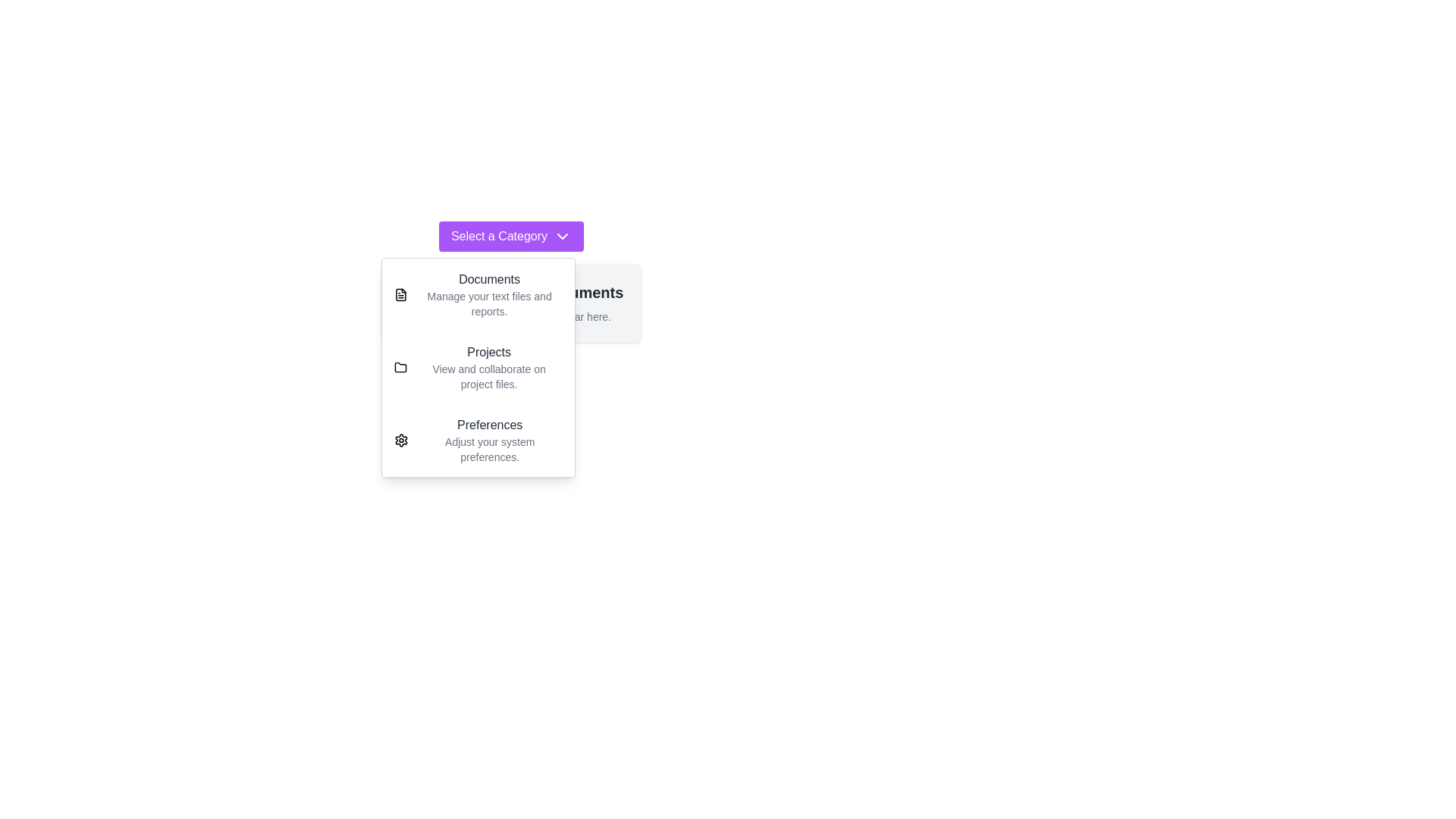 This screenshot has height=819, width=1456. Describe the element at coordinates (477, 368) in the screenshot. I see `the 'Projects' option in the menu` at that location.